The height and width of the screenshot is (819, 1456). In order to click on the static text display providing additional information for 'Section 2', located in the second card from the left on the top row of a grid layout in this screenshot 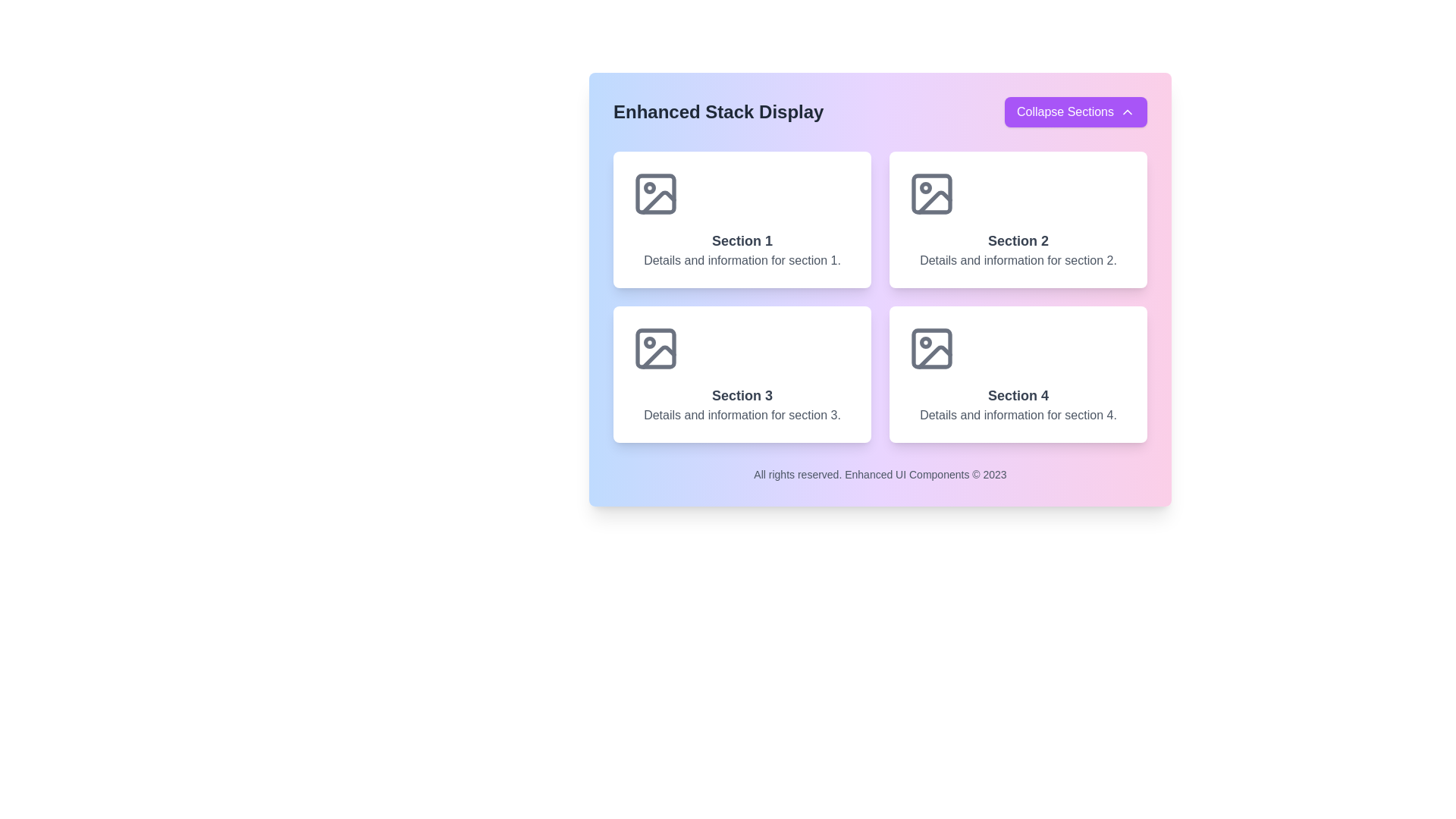, I will do `click(1018, 259)`.